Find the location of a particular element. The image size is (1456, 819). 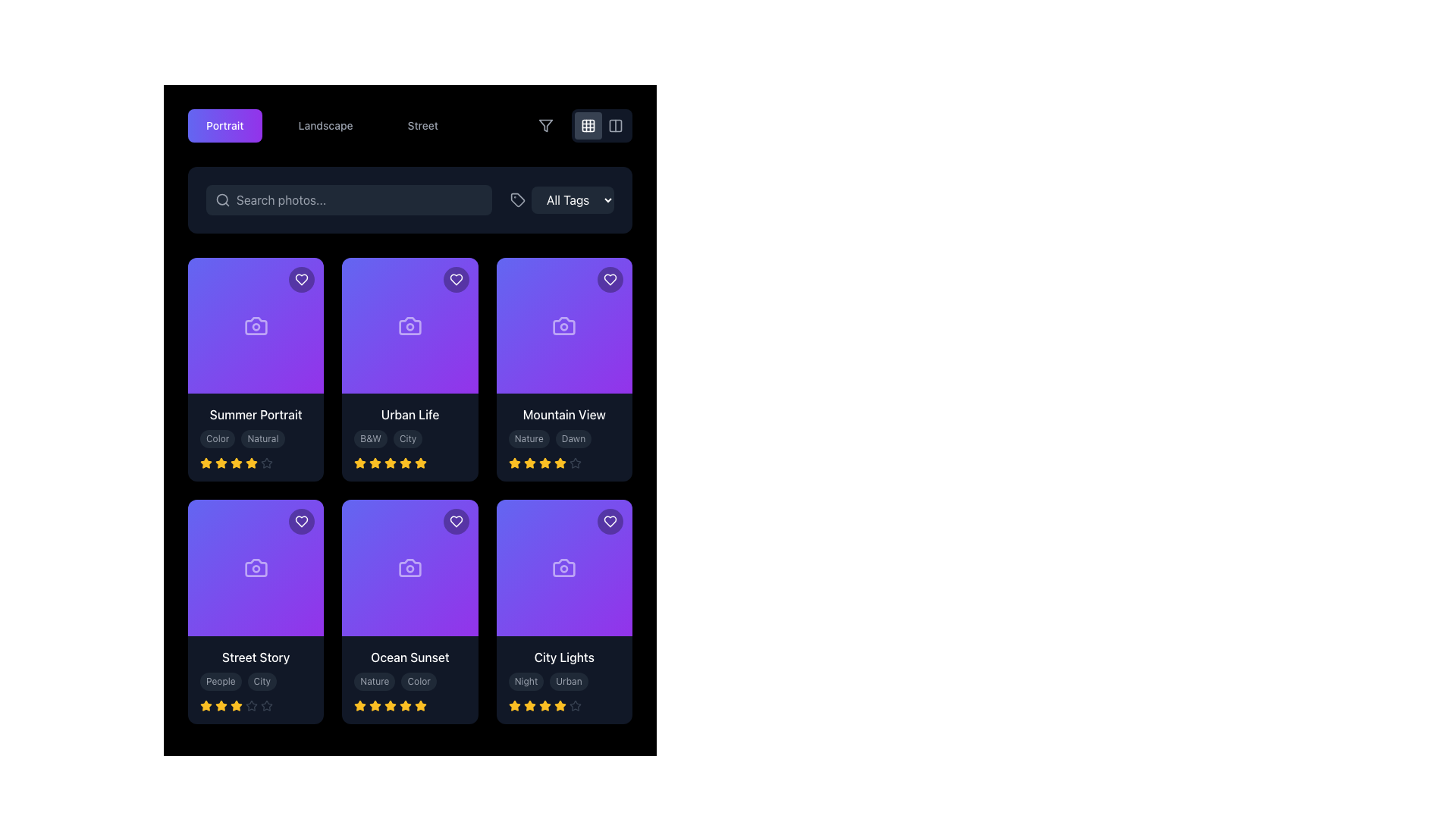

the fourth star icon from the left in the row of five, which is filled with a bright yellow color is located at coordinates (236, 462).